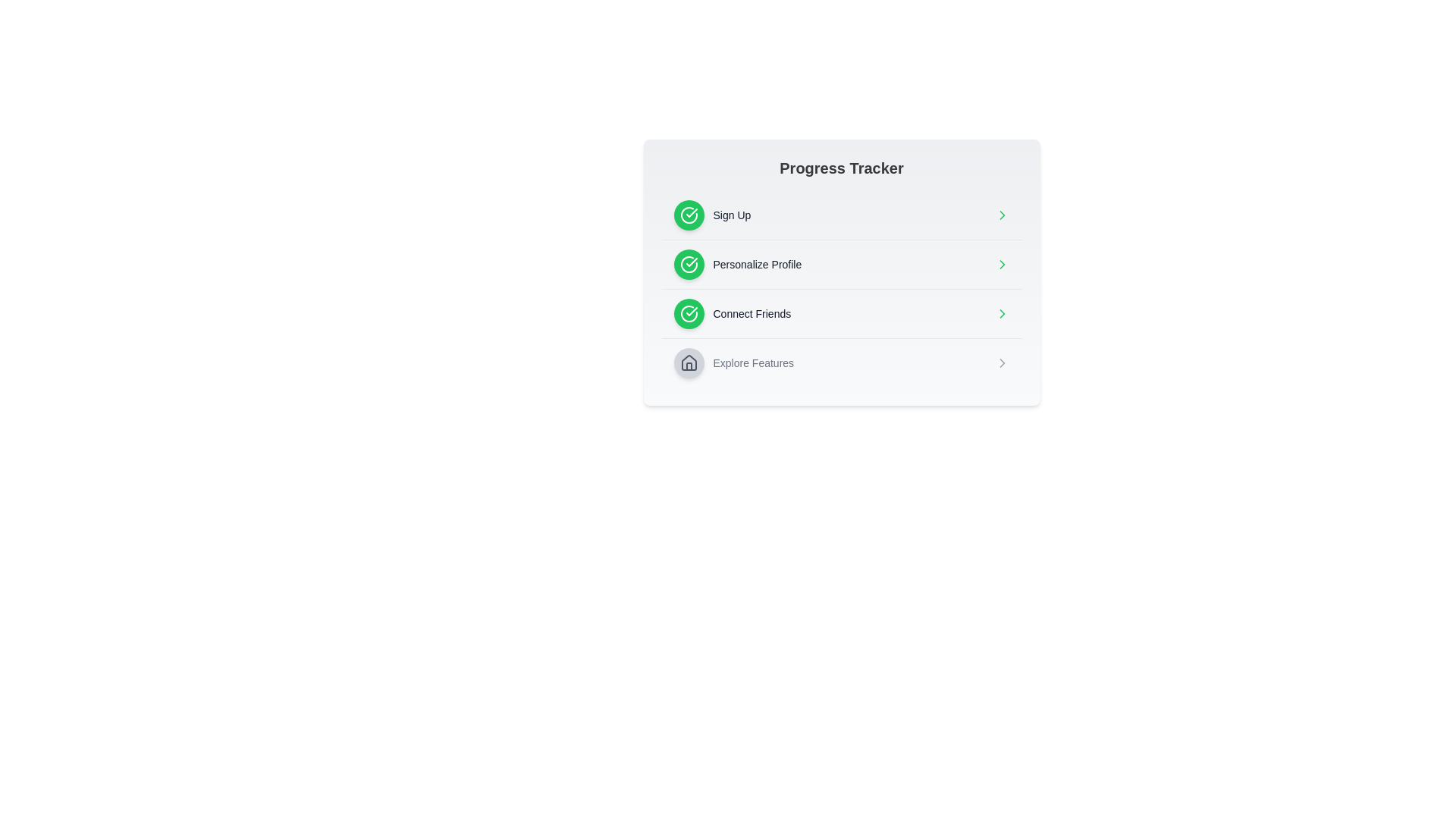  I want to click on the navigation arrow icon located to the far right of the 'Explore Features' label, which is the fourth item in the list of progress indicators below the 'Connect Friends' item, so click(1002, 362).